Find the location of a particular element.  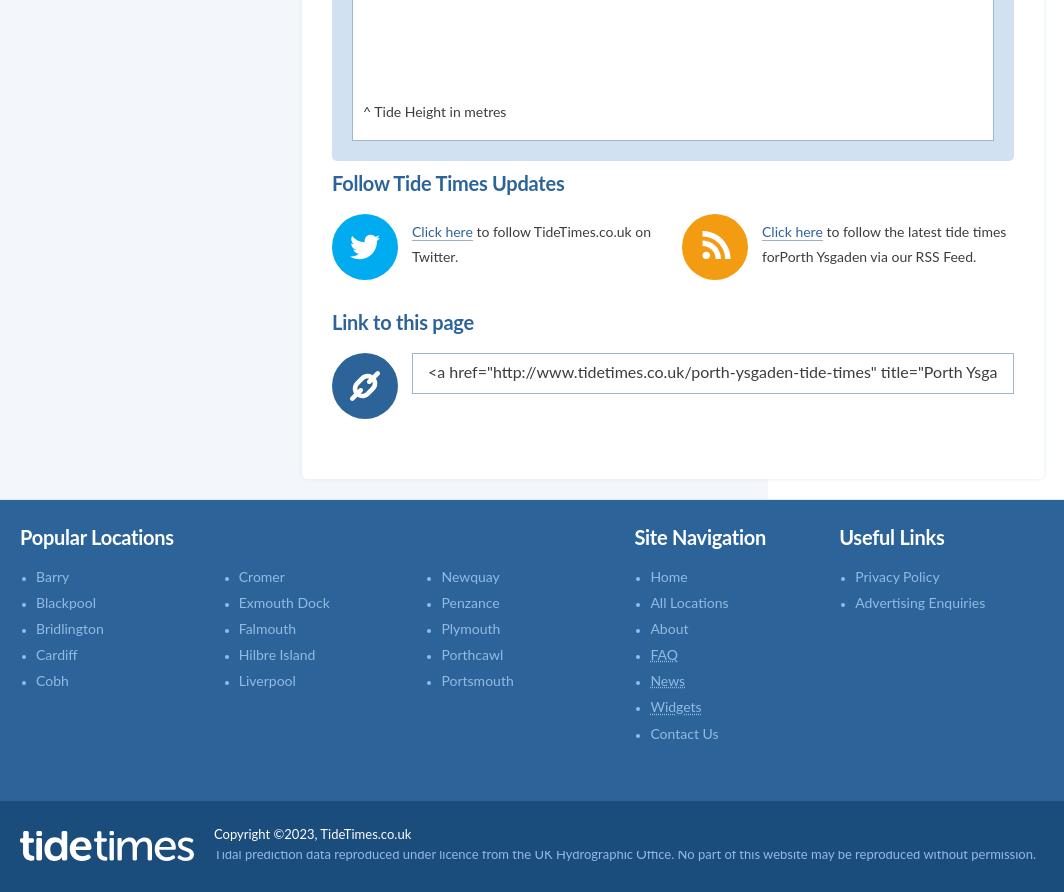

'Liverpool' is located at coordinates (266, 682).